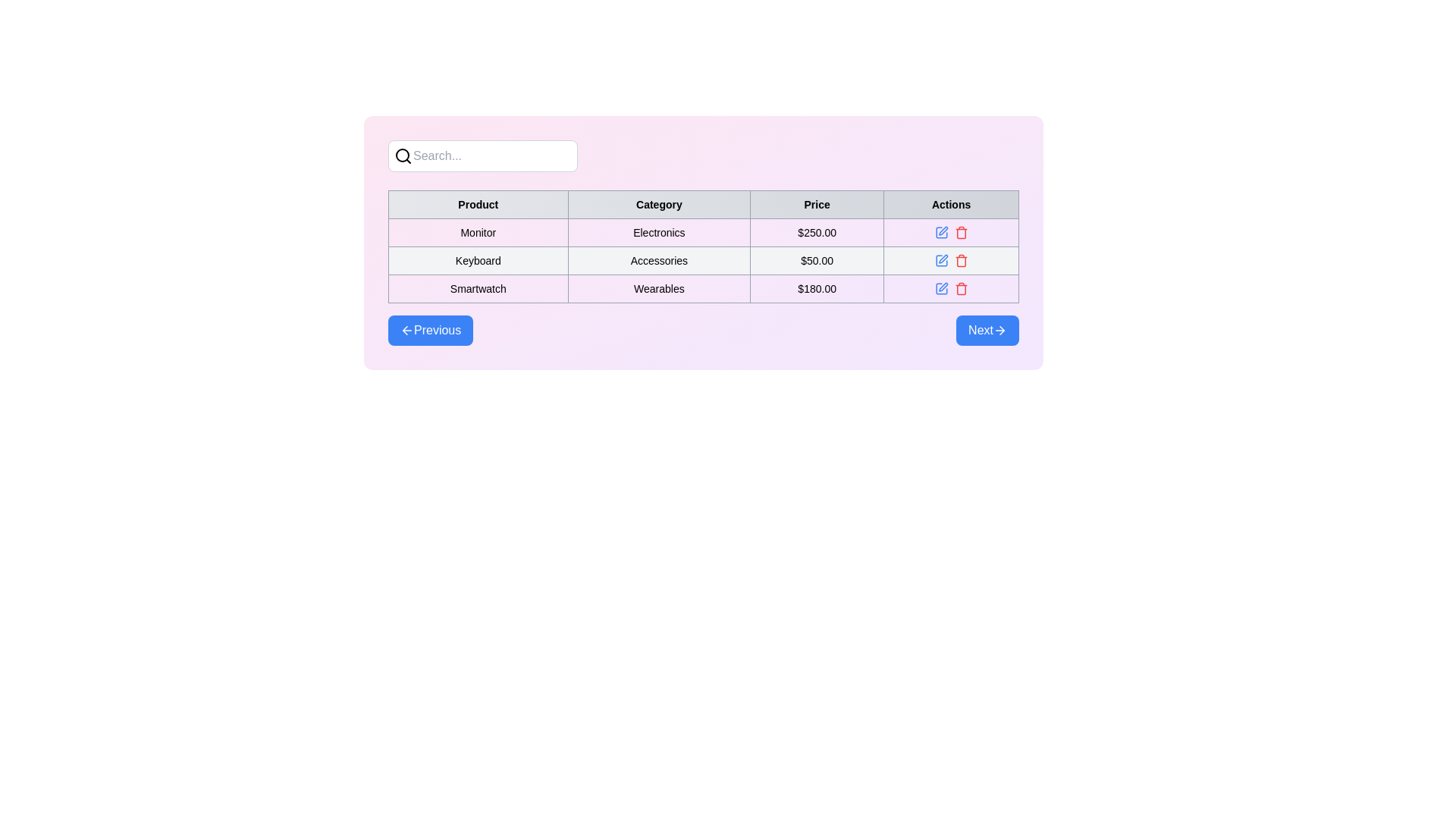  Describe the element at coordinates (949, 233) in the screenshot. I see `the red delete button in the horizontally aligned group of icons located in the 'Actions' column of the first row of the table` at that location.